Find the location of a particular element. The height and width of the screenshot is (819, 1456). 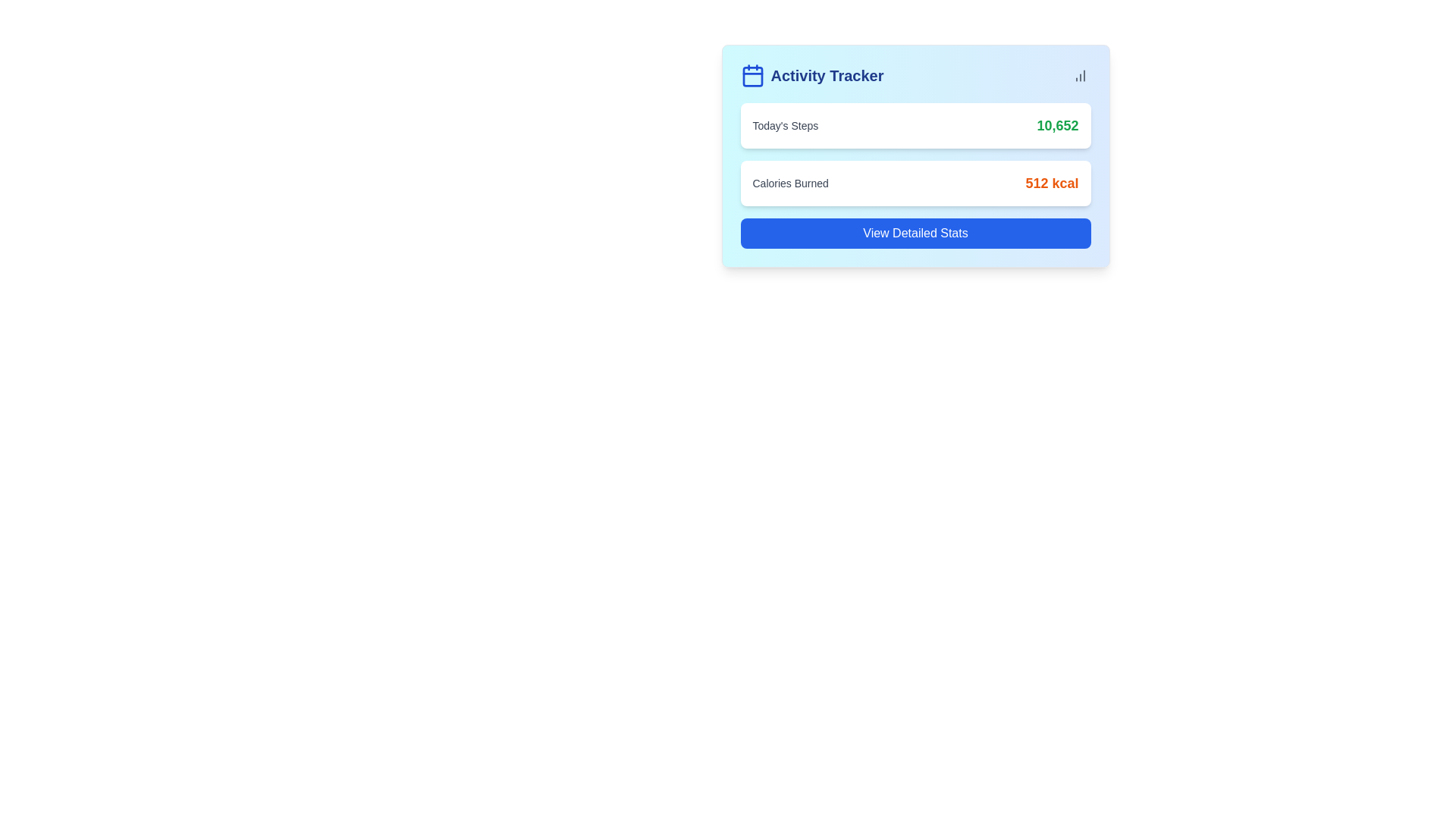

the bar chart icon button located in the upper-right corner of the activity tracker card, which symbolizes access to detailed statistical data is located at coordinates (1079, 76).